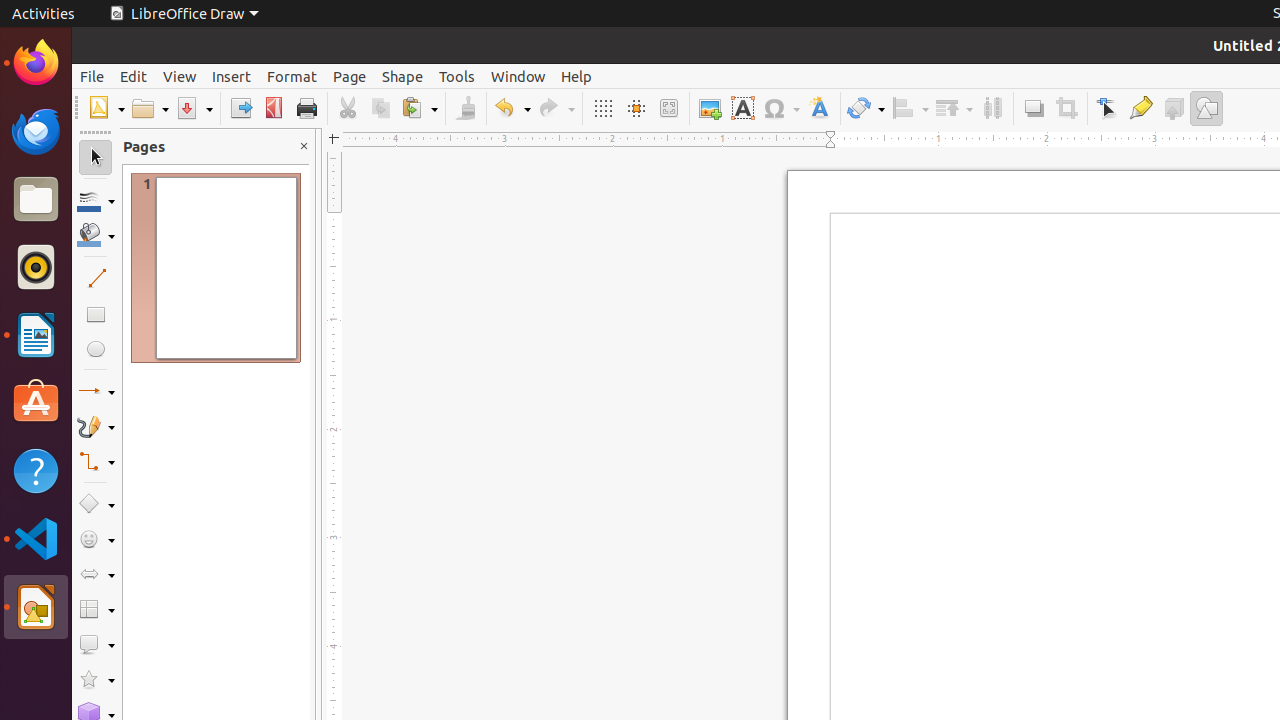 The width and height of the screenshot is (1280, 720). What do you see at coordinates (518, 75) in the screenshot?
I see `'Window'` at bounding box center [518, 75].